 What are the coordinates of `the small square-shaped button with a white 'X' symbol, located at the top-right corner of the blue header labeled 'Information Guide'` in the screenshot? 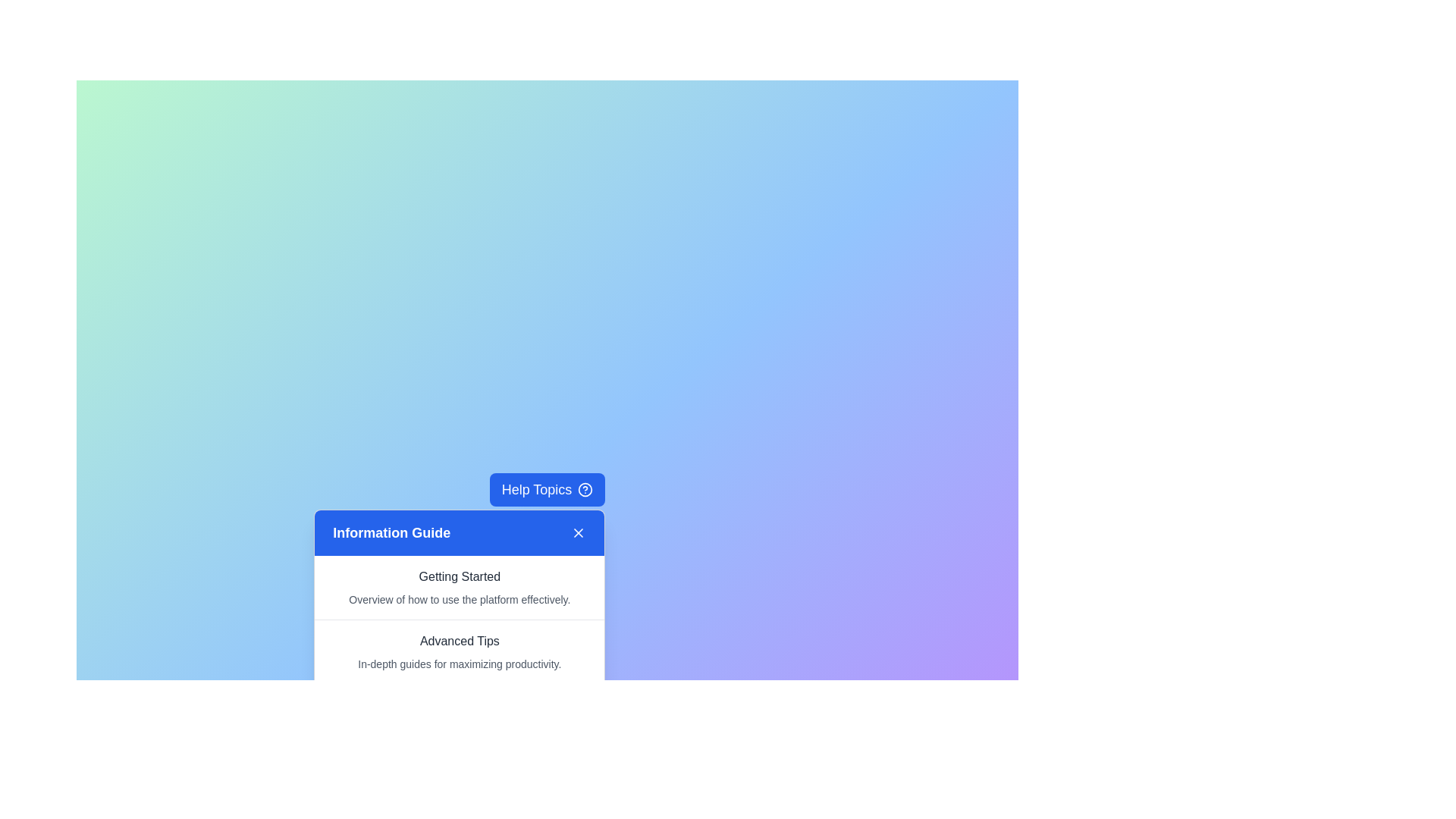 It's located at (578, 532).